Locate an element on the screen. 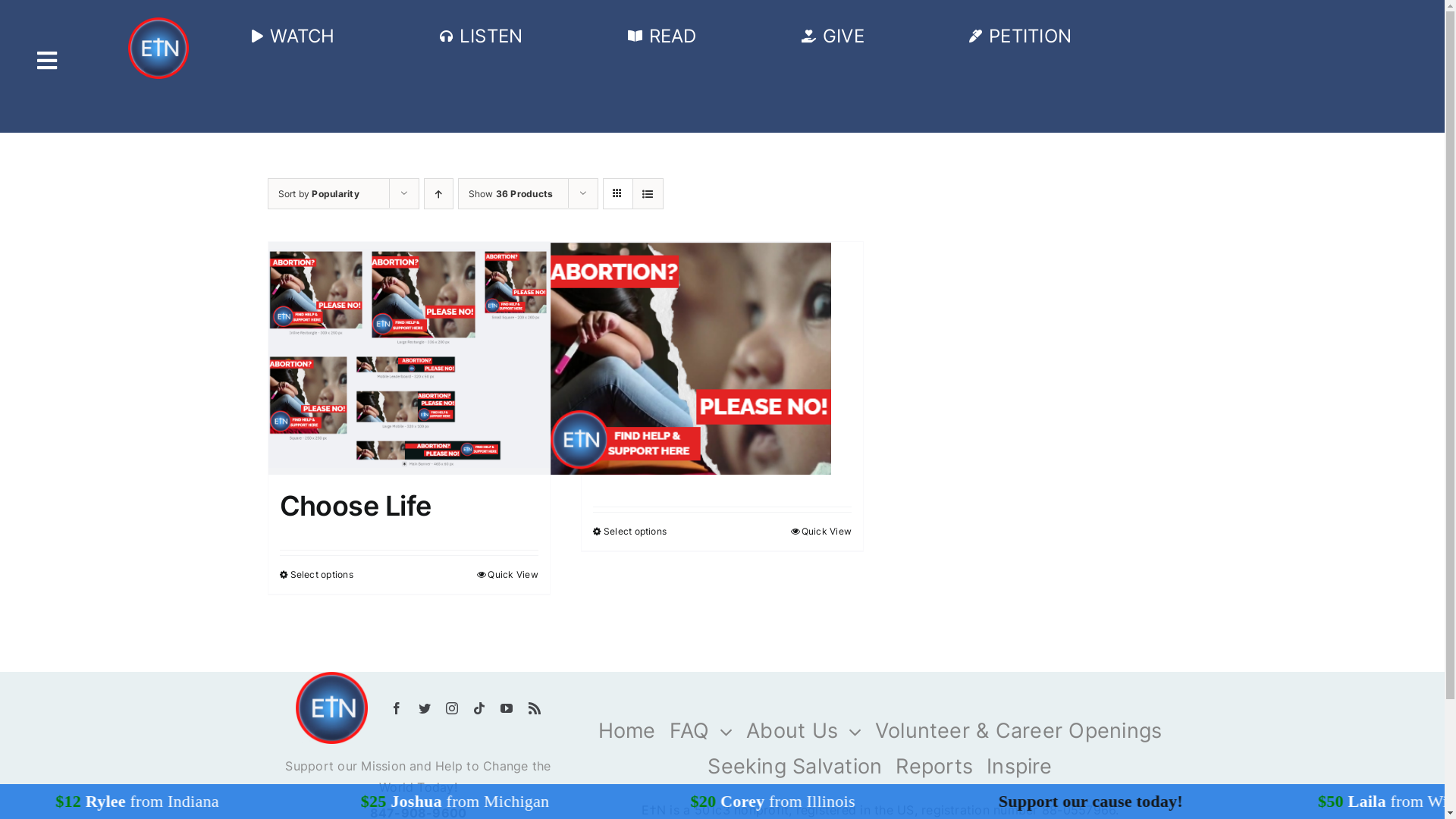  'GIVE' is located at coordinates (829, 35).